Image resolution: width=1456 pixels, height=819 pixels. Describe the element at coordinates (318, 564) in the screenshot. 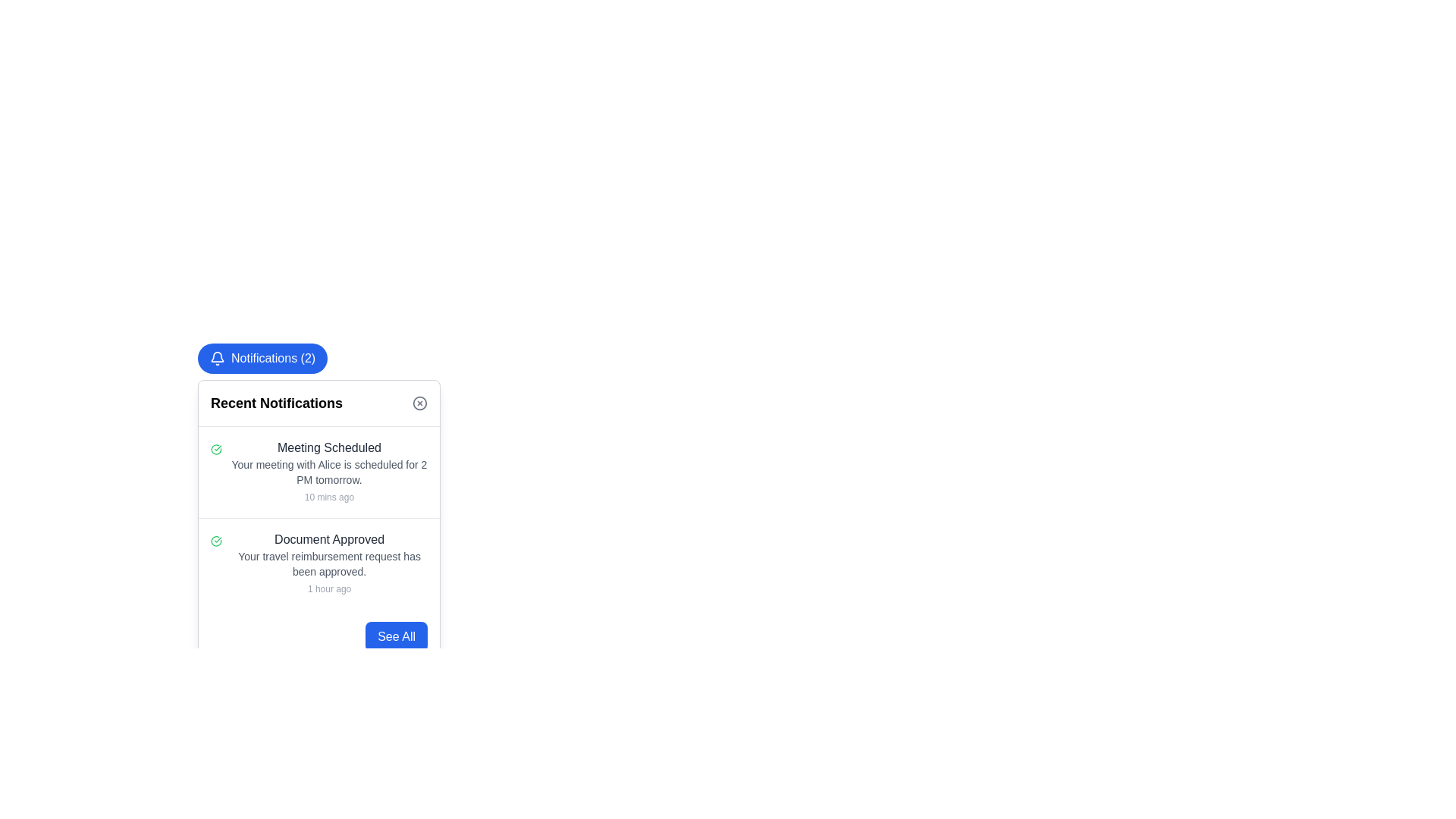

I see `the second notification card in the 'Recent Notifications' section, which displays 'Document Approved' with a green checkmark icon` at that location.